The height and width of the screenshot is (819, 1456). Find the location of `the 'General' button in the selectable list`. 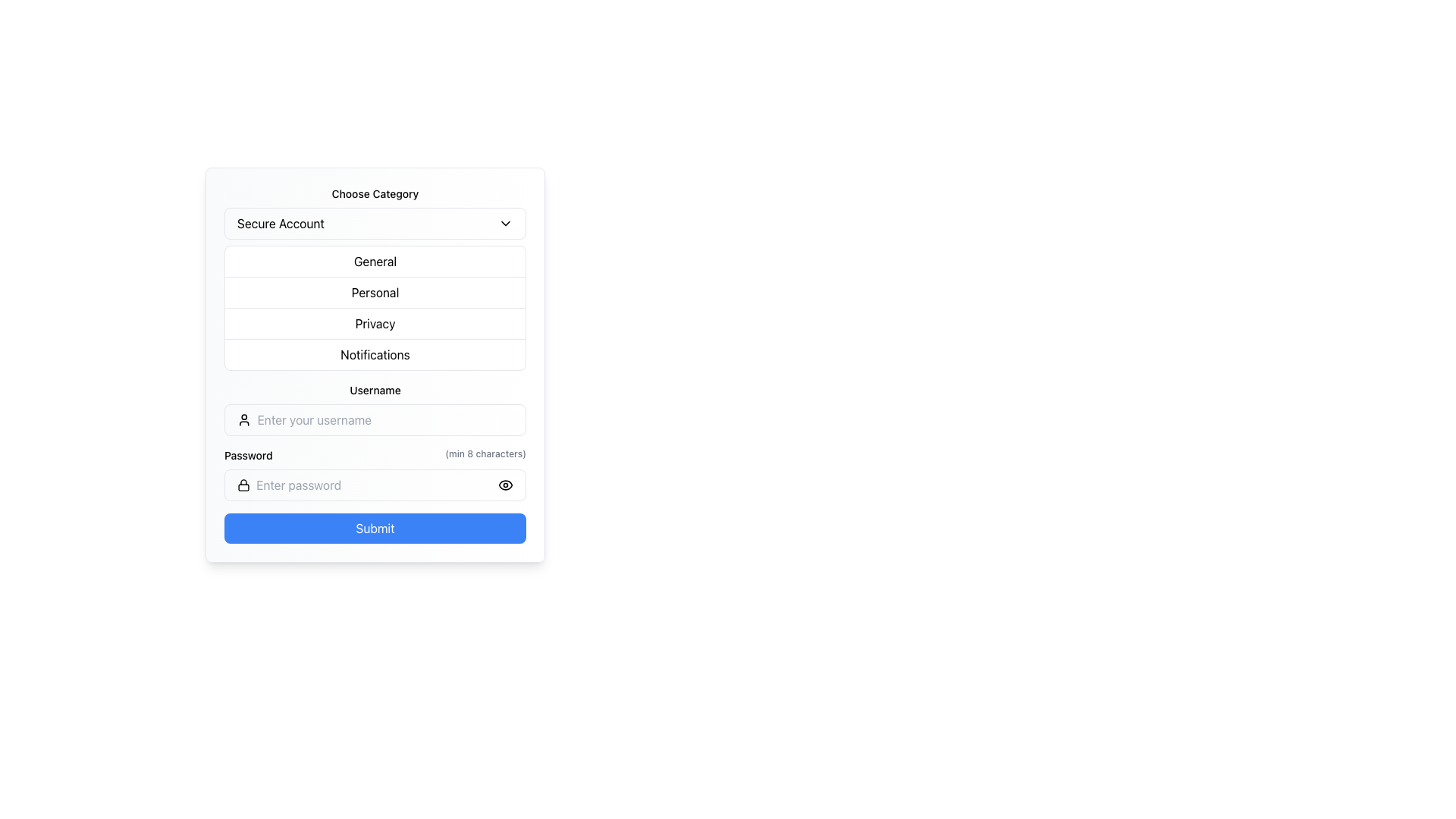

the 'General' button in the selectable list is located at coordinates (375, 260).